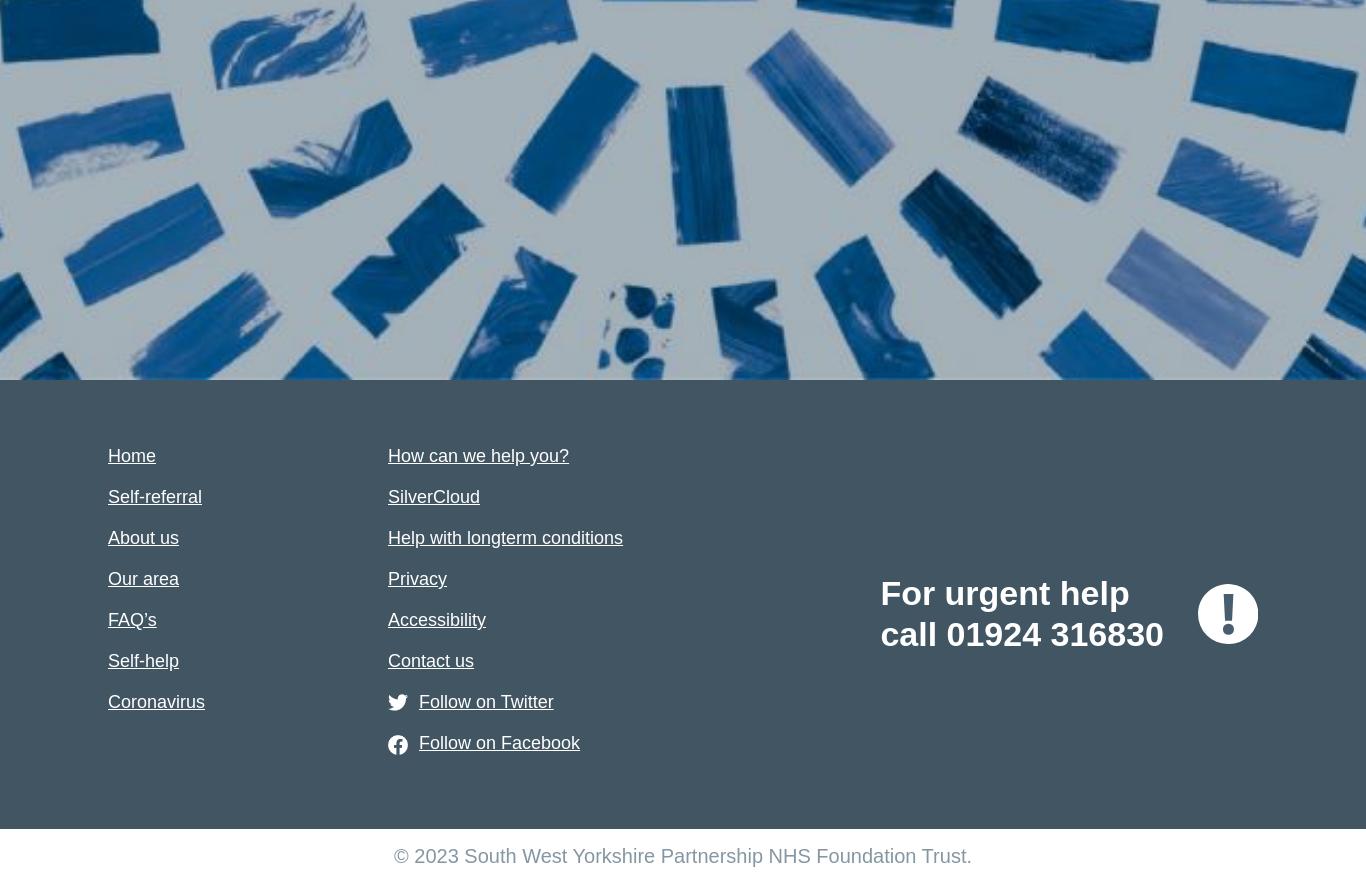  What do you see at coordinates (417, 741) in the screenshot?
I see `'Follow on Facebook'` at bounding box center [417, 741].